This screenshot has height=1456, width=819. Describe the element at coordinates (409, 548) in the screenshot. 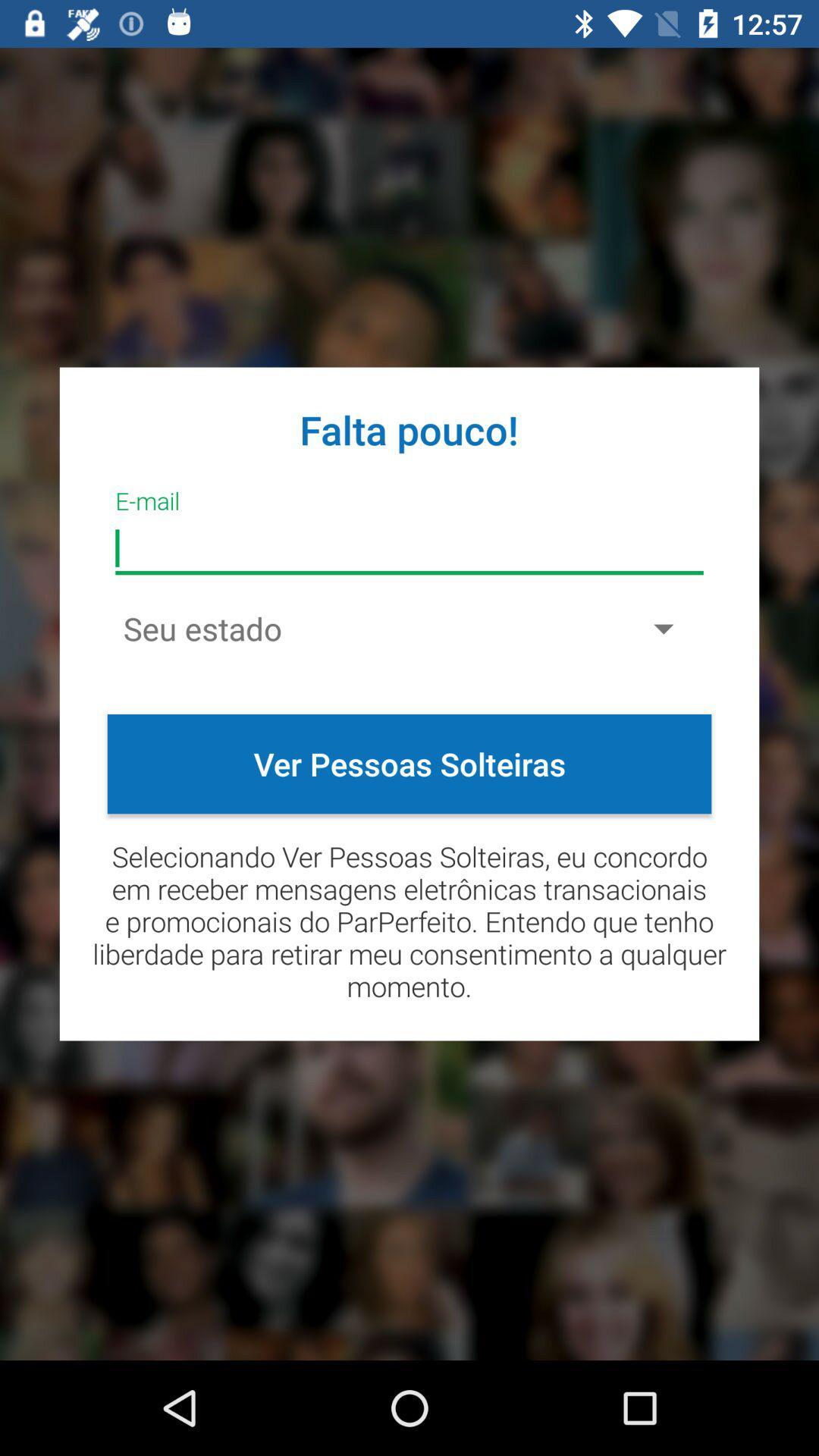

I see `e-mail` at that location.